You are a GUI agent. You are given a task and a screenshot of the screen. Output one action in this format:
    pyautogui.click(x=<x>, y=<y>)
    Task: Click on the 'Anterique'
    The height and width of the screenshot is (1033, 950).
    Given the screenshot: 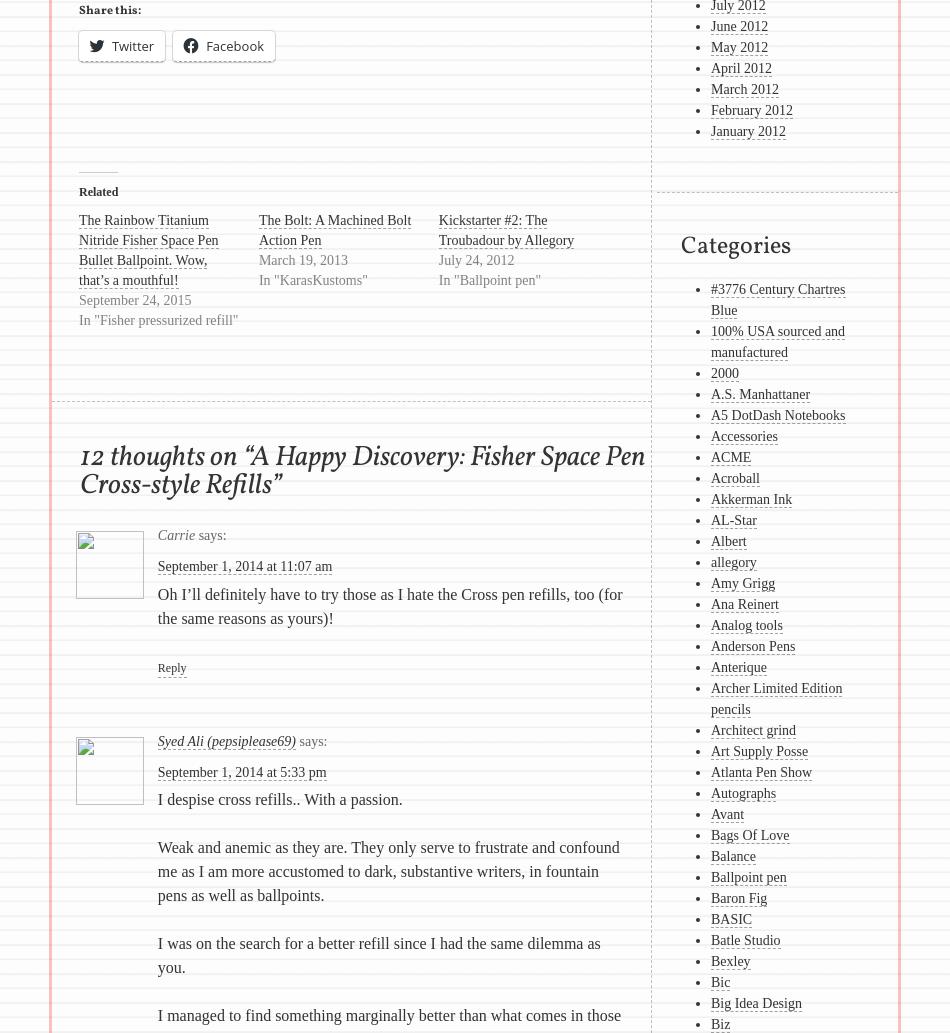 What is the action you would take?
    pyautogui.click(x=736, y=666)
    